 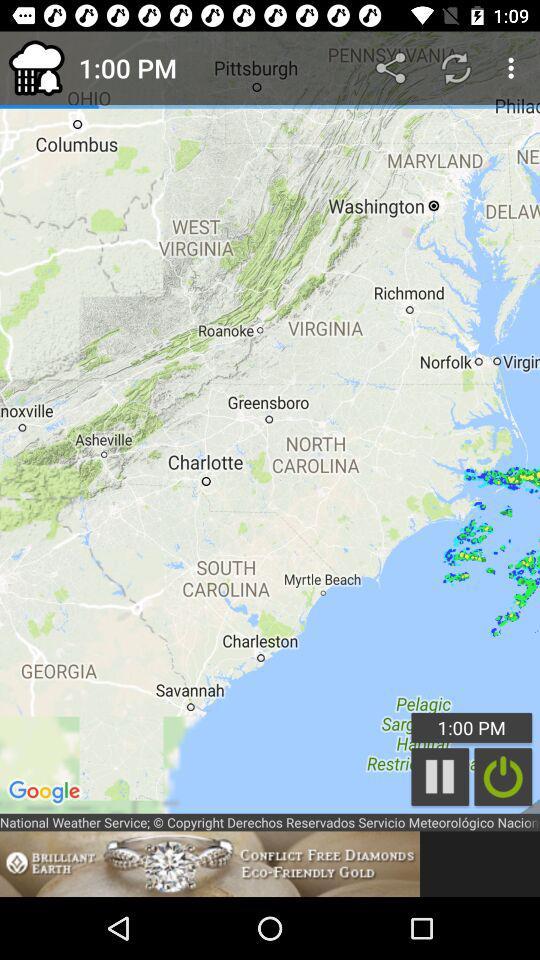 I want to click on playing the current file, so click(x=440, y=776).